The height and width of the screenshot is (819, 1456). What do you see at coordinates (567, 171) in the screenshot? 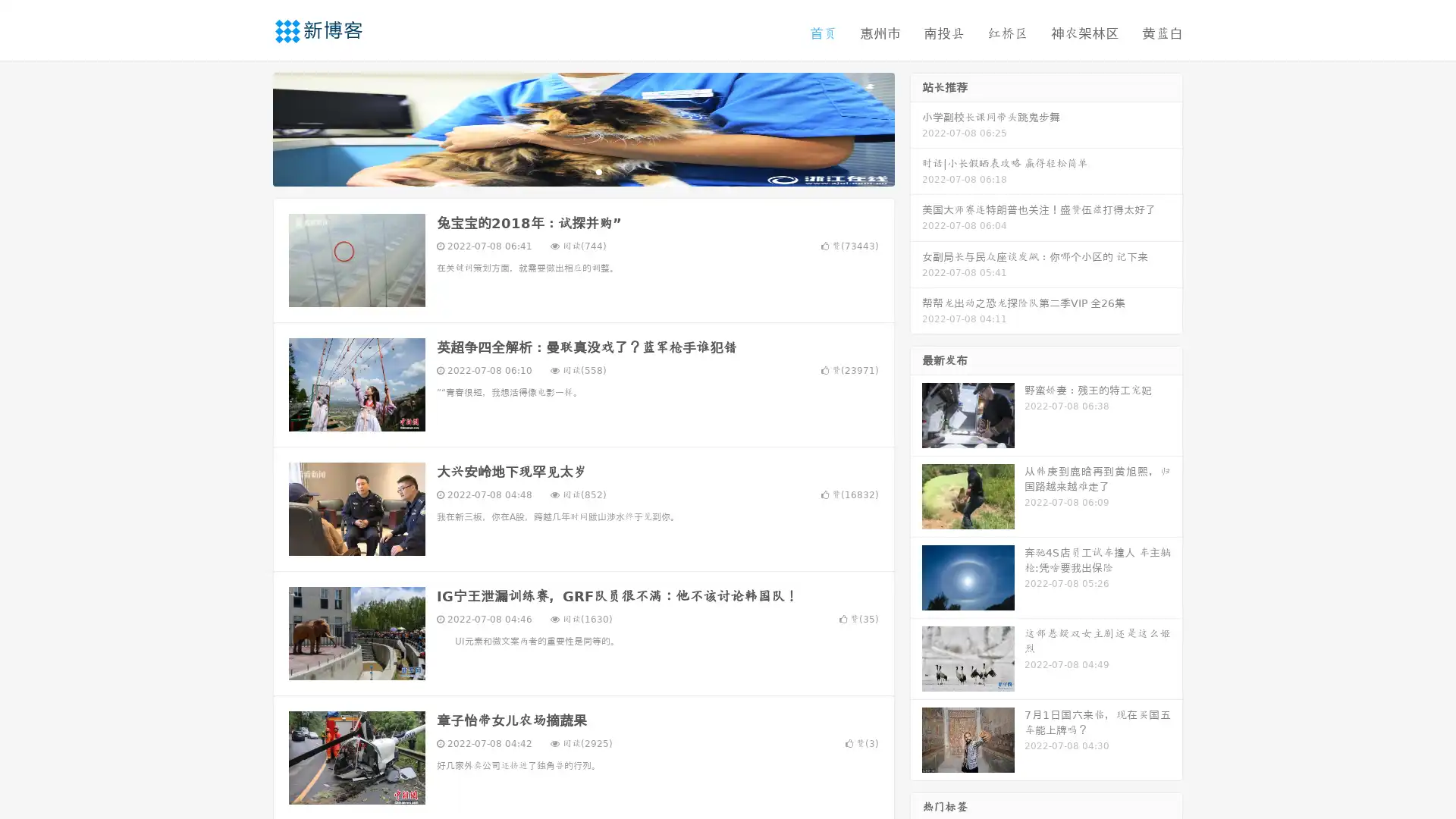
I see `Go to slide 1` at bounding box center [567, 171].